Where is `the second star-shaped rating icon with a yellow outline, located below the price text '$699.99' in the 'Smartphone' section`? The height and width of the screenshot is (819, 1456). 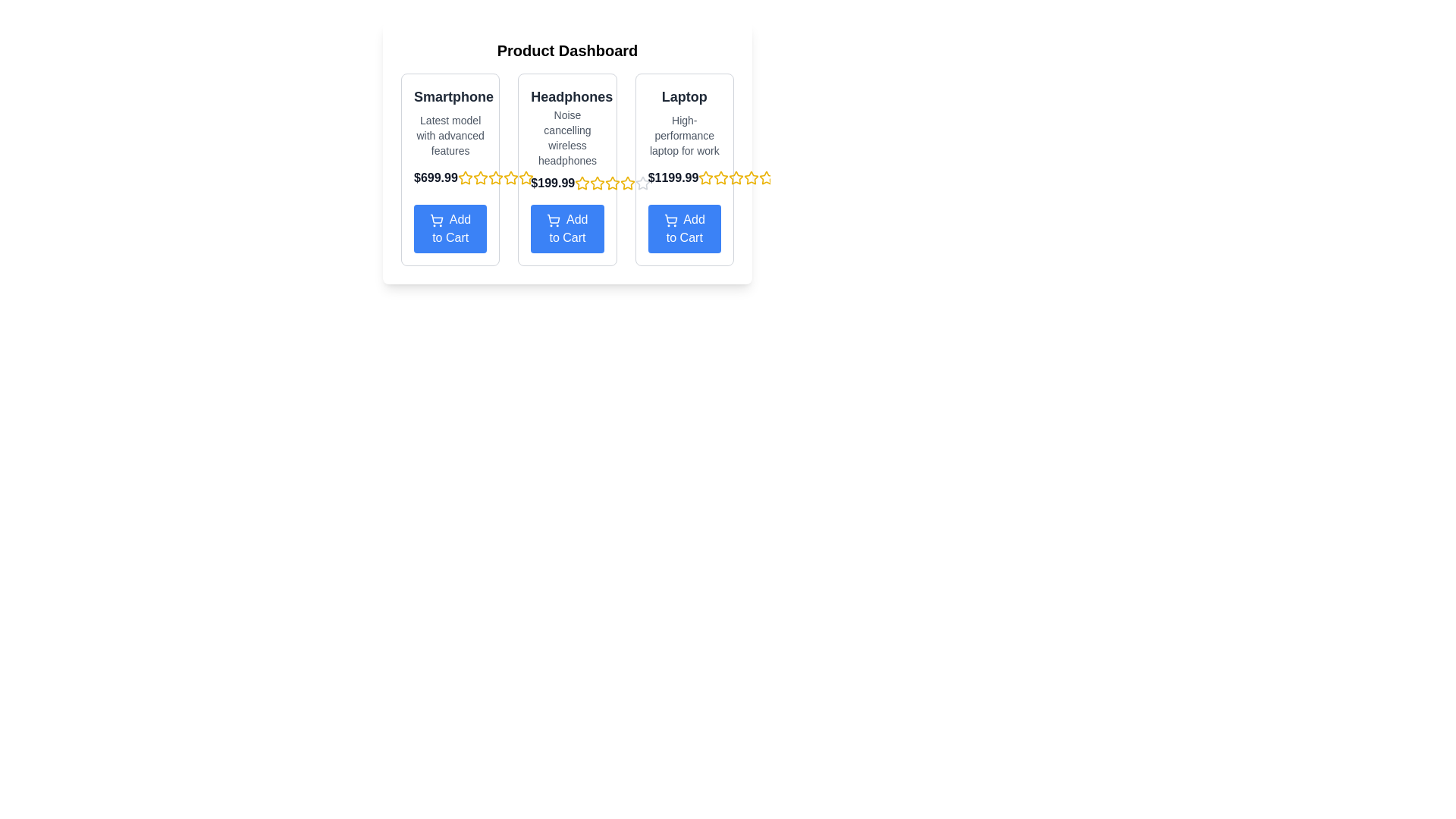 the second star-shaped rating icon with a yellow outline, located below the price text '$699.99' in the 'Smartphone' section is located at coordinates (479, 177).